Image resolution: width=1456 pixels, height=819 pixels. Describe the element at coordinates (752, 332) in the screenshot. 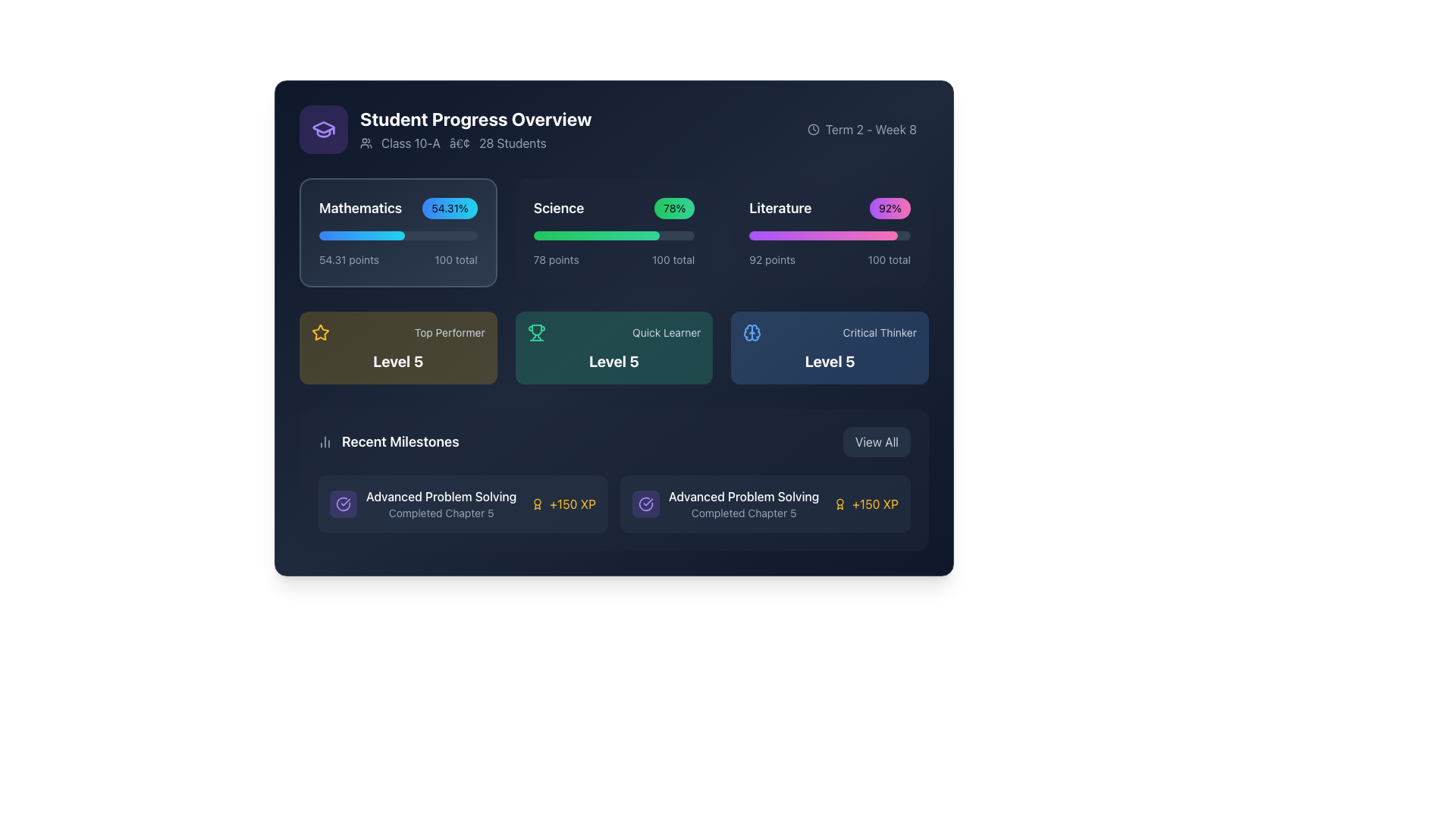

I see `the SVG icon representing critical thinking associated with the 'Critical Thinker' group` at that location.